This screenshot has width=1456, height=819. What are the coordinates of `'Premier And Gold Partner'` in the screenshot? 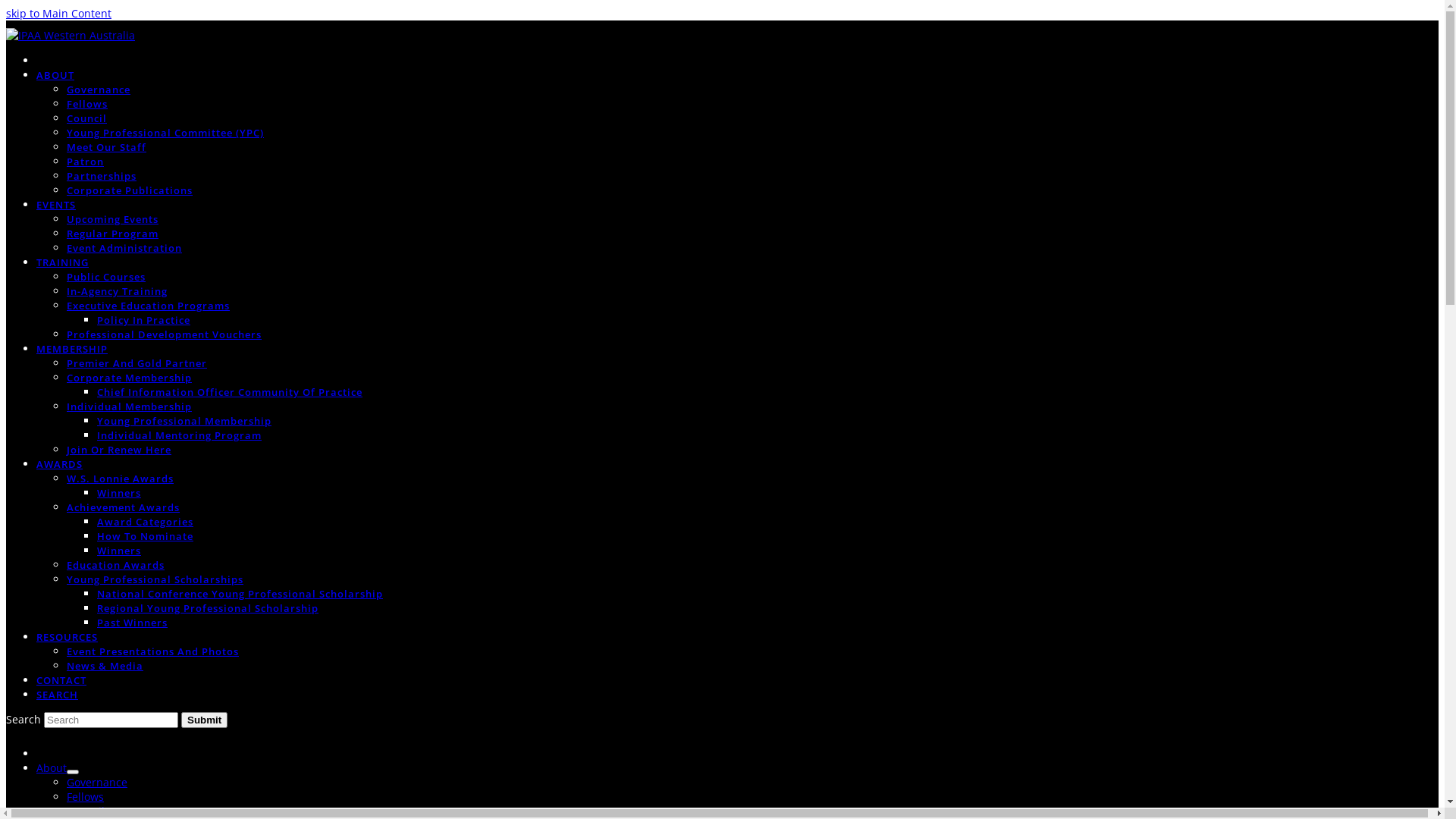 It's located at (136, 362).